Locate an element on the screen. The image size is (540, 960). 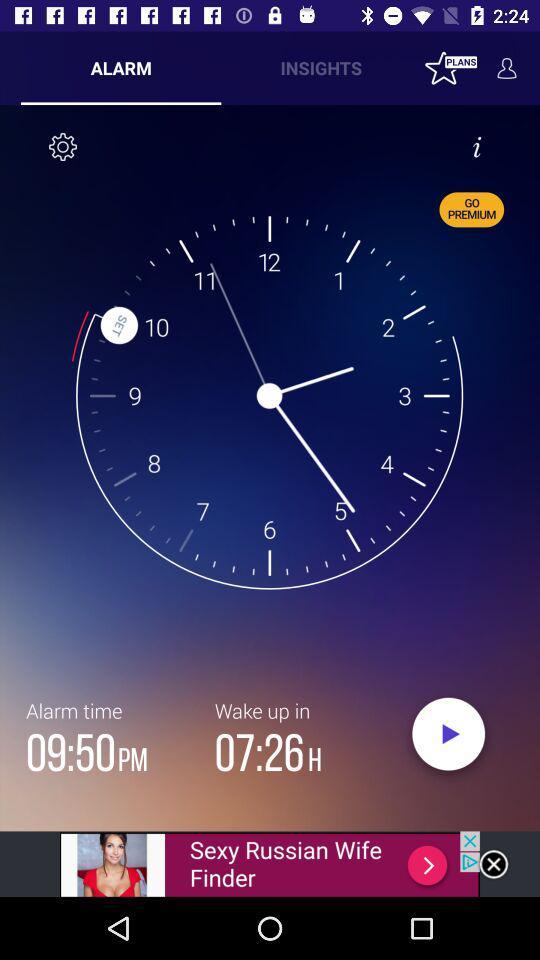
information menu is located at coordinates (475, 145).